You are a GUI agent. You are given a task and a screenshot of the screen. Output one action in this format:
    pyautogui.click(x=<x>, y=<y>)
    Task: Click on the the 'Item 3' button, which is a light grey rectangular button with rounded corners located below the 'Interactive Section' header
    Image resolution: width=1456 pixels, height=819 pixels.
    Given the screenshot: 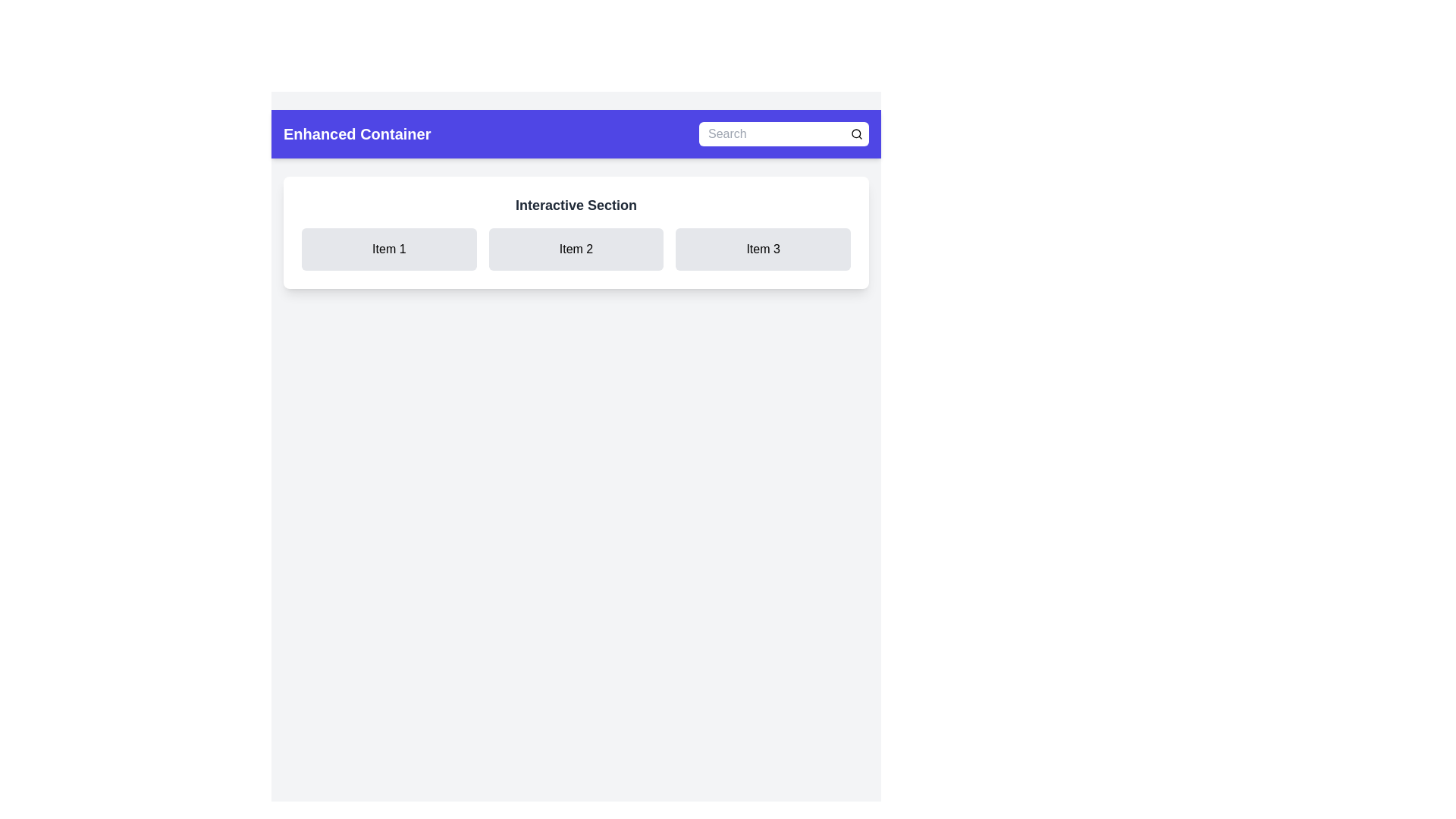 What is the action you would take?
    pyautogui.click(x=763, y=248)
    